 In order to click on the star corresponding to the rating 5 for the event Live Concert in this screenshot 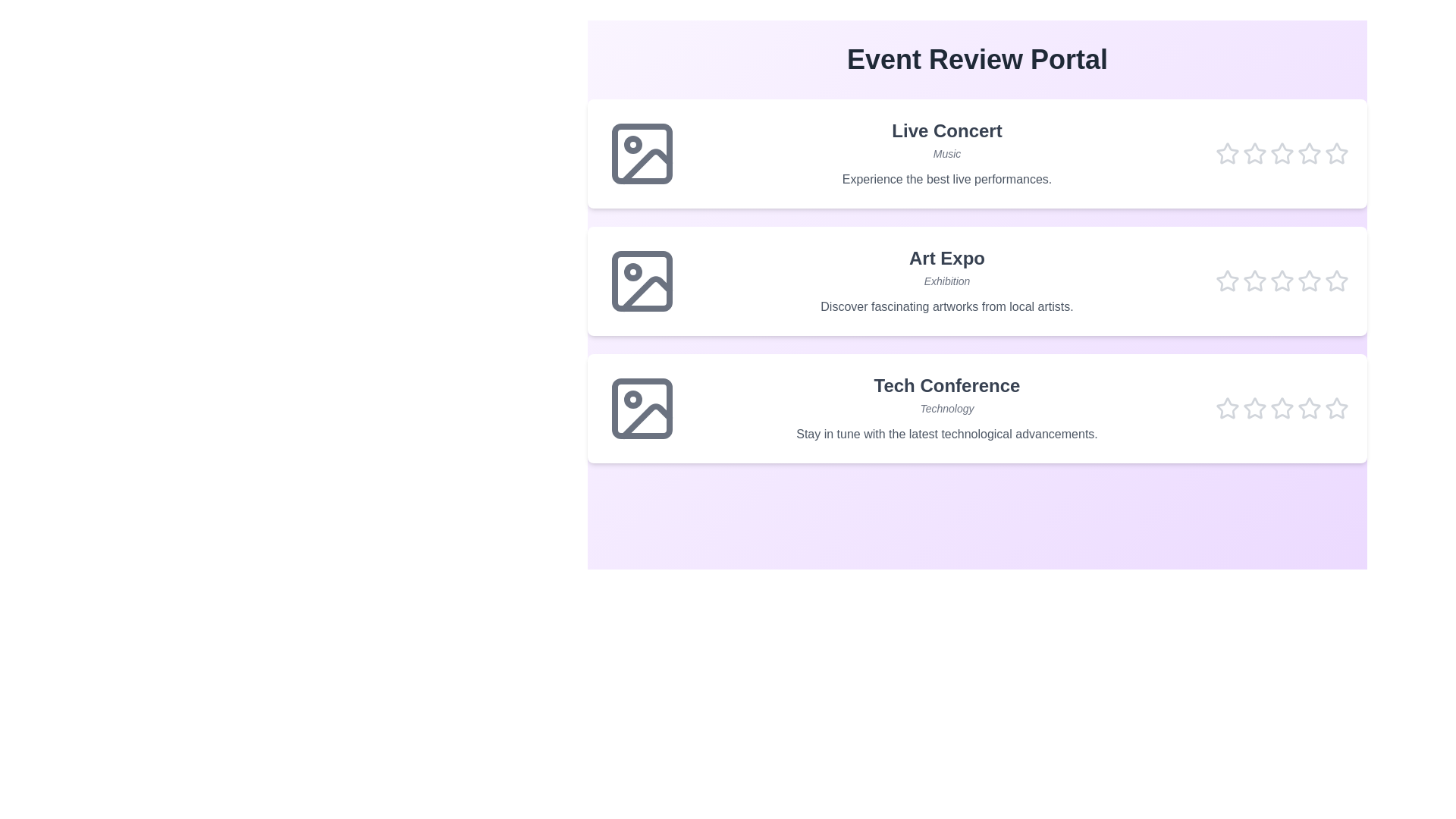, I will do `click(1336, 154)`.